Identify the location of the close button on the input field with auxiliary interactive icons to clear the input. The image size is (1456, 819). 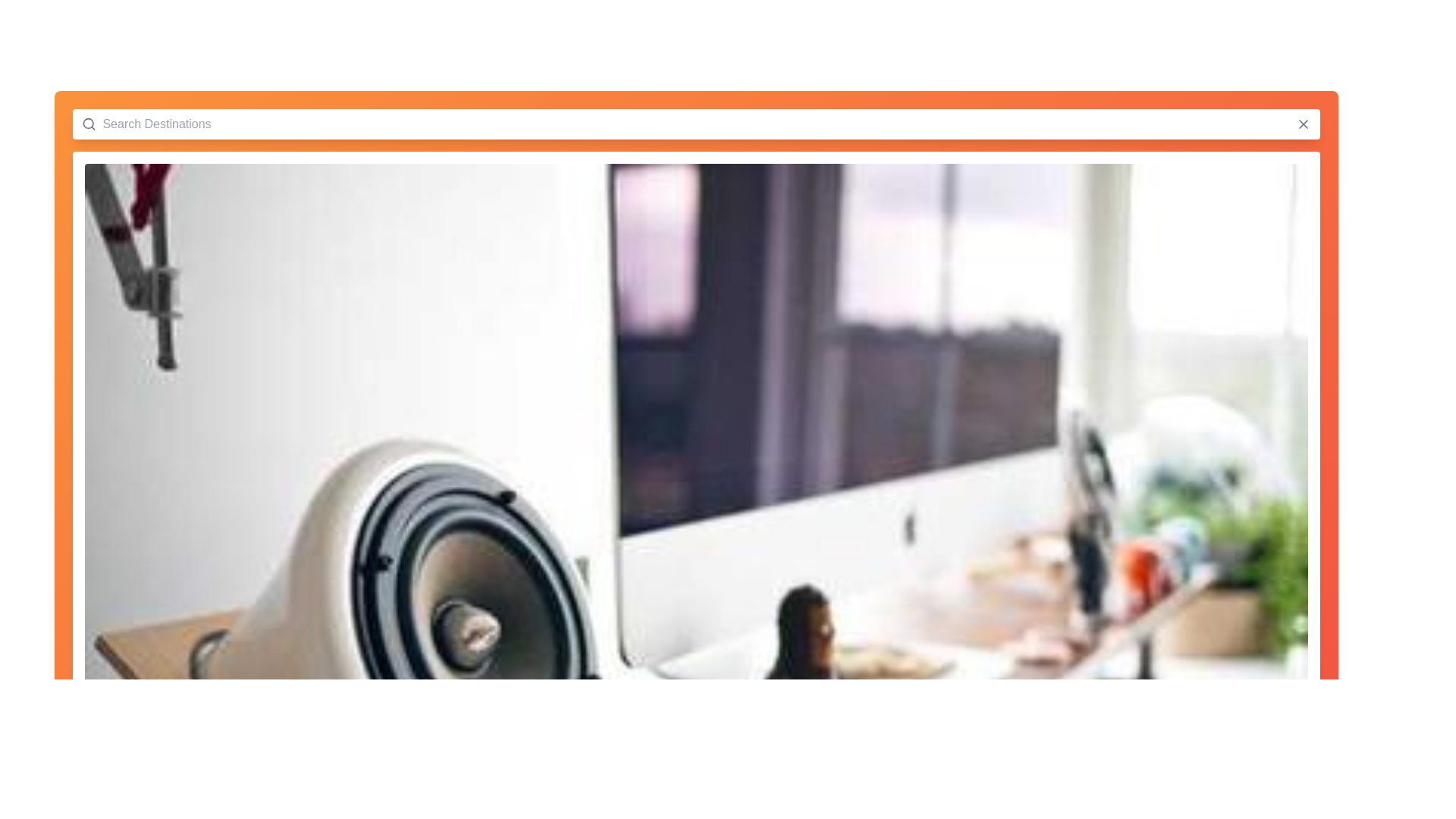
(695, 124).